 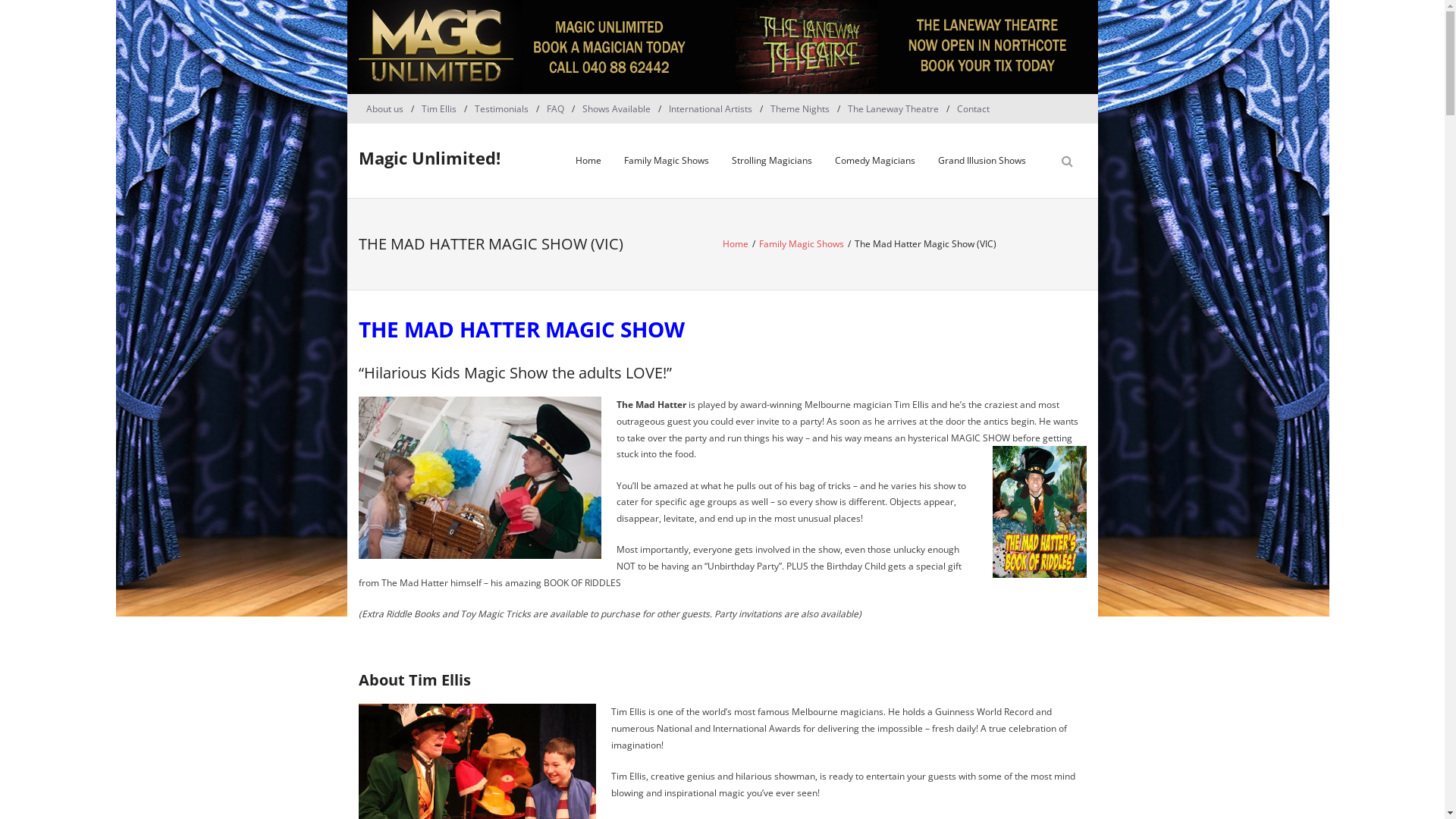 What do you see at coordinates (982, 161) in the screenshot?
I see `'Grand Illusion Shows'` at bounding box center [982, 161].